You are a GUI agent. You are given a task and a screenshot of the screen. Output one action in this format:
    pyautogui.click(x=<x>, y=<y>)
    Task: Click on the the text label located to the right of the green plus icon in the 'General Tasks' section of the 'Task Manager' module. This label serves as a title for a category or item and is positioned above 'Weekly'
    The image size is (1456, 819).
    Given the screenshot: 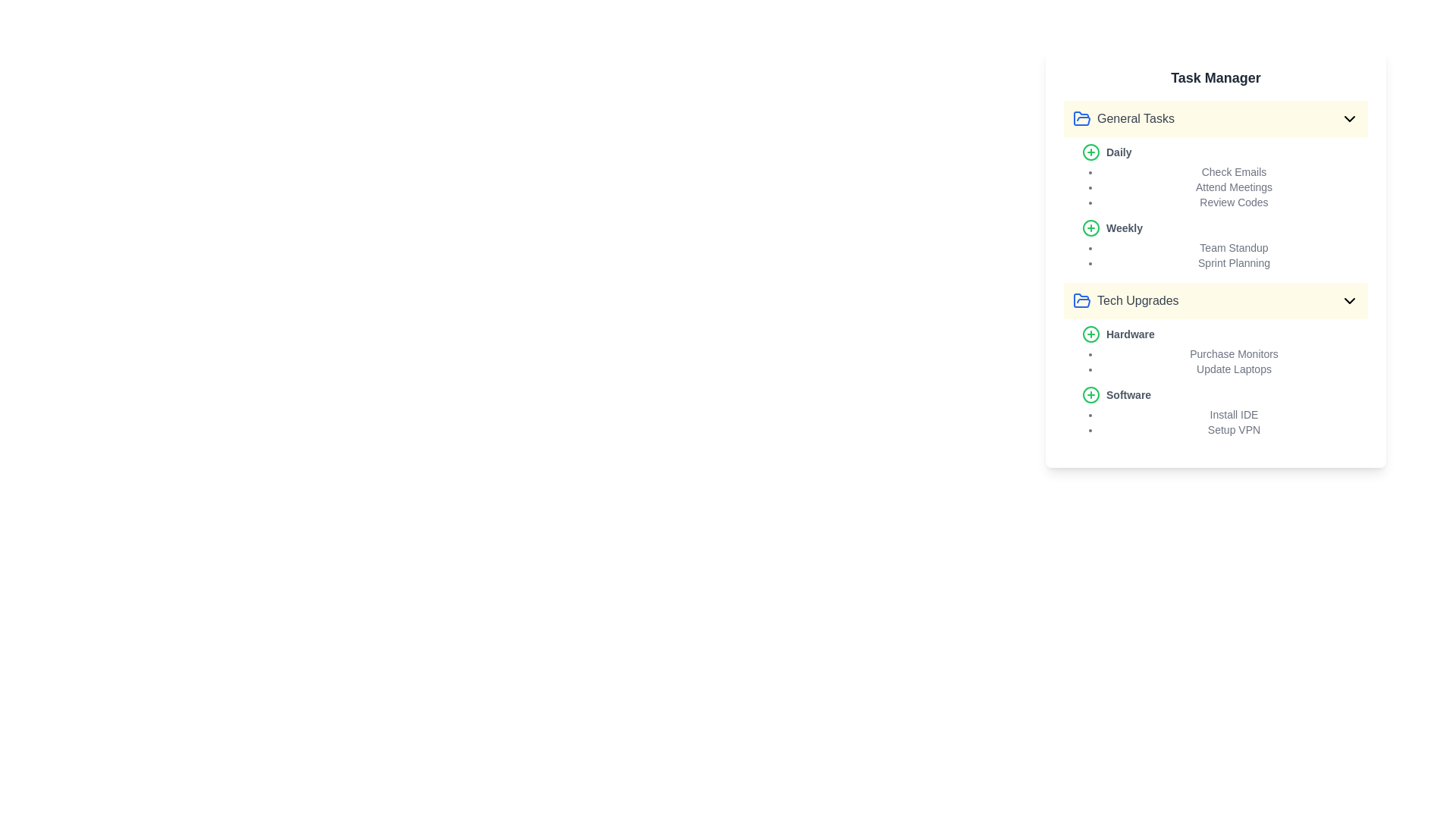 What is the action you would take?
    pyautogui.click(x=1119, y=152)
    